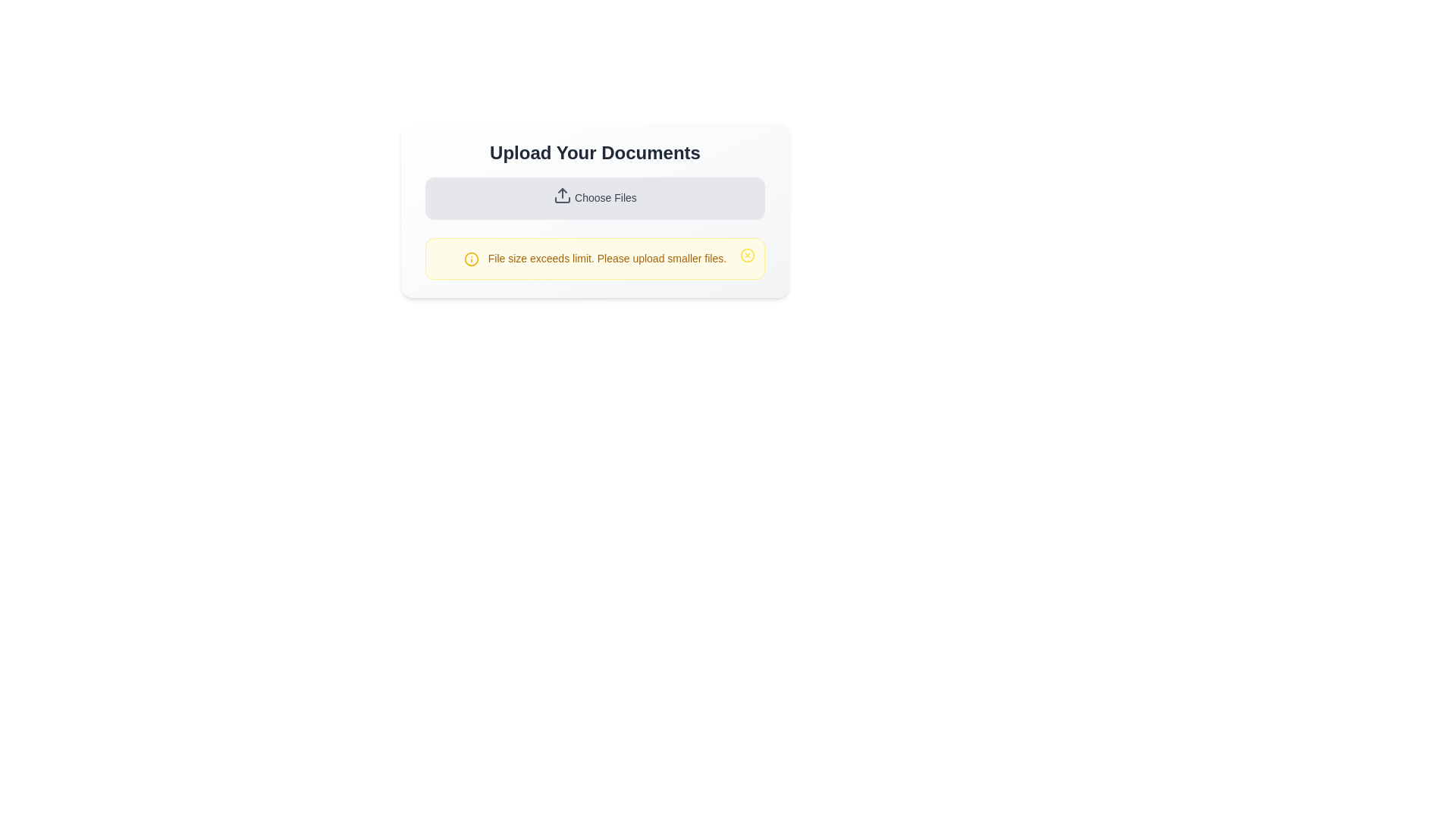 The image size is (1456, 819). Describe the element at coordinates (595, 198) in the screenshot. I see `the file upload trigger button located centrally below the header 'Upload Your Documents'` at that location.